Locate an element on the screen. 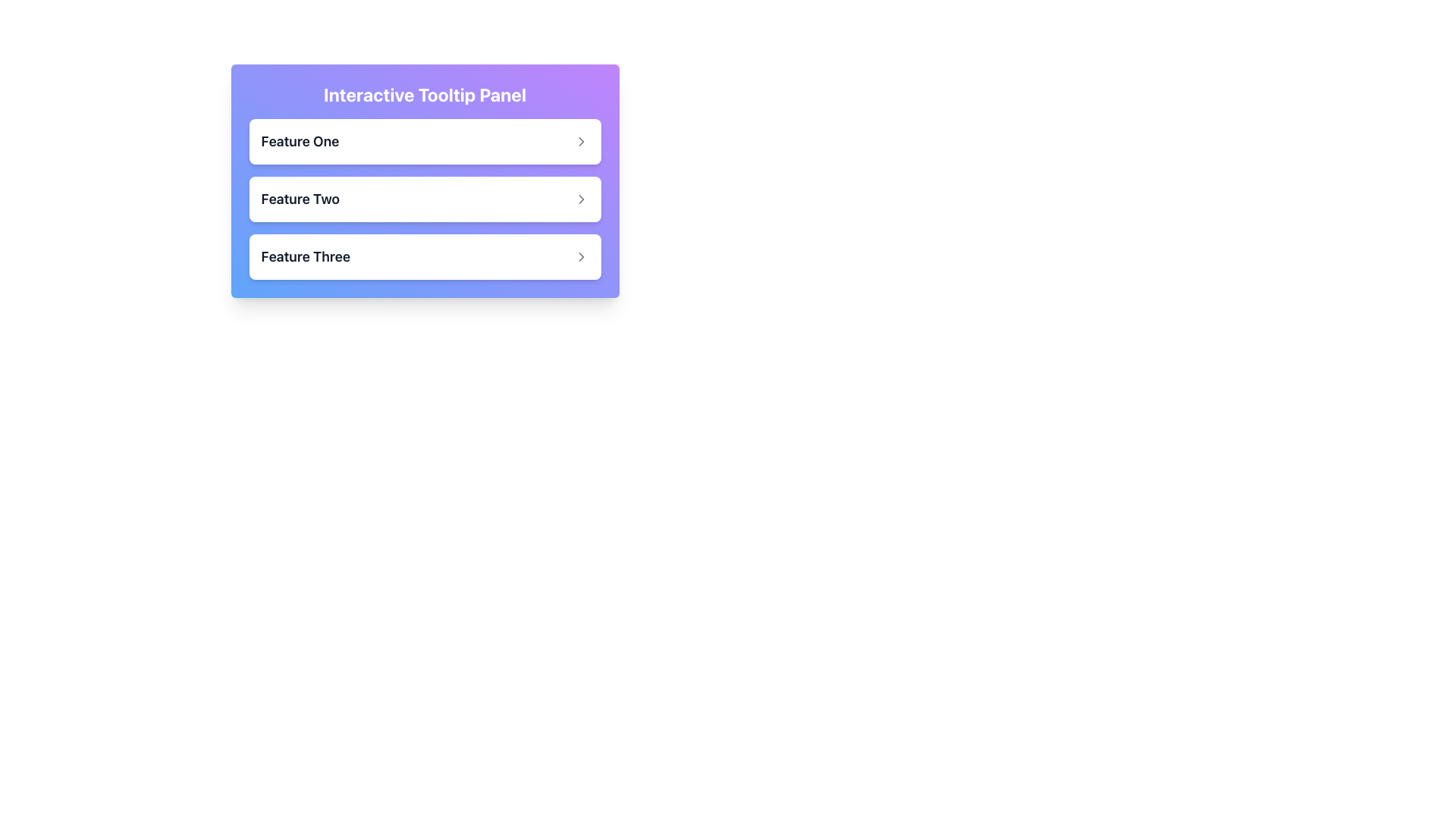 The width and height of the screenshot is (1456, 819). the clickable list item labeled 'Feature One' is located at coordinates (425, 141).